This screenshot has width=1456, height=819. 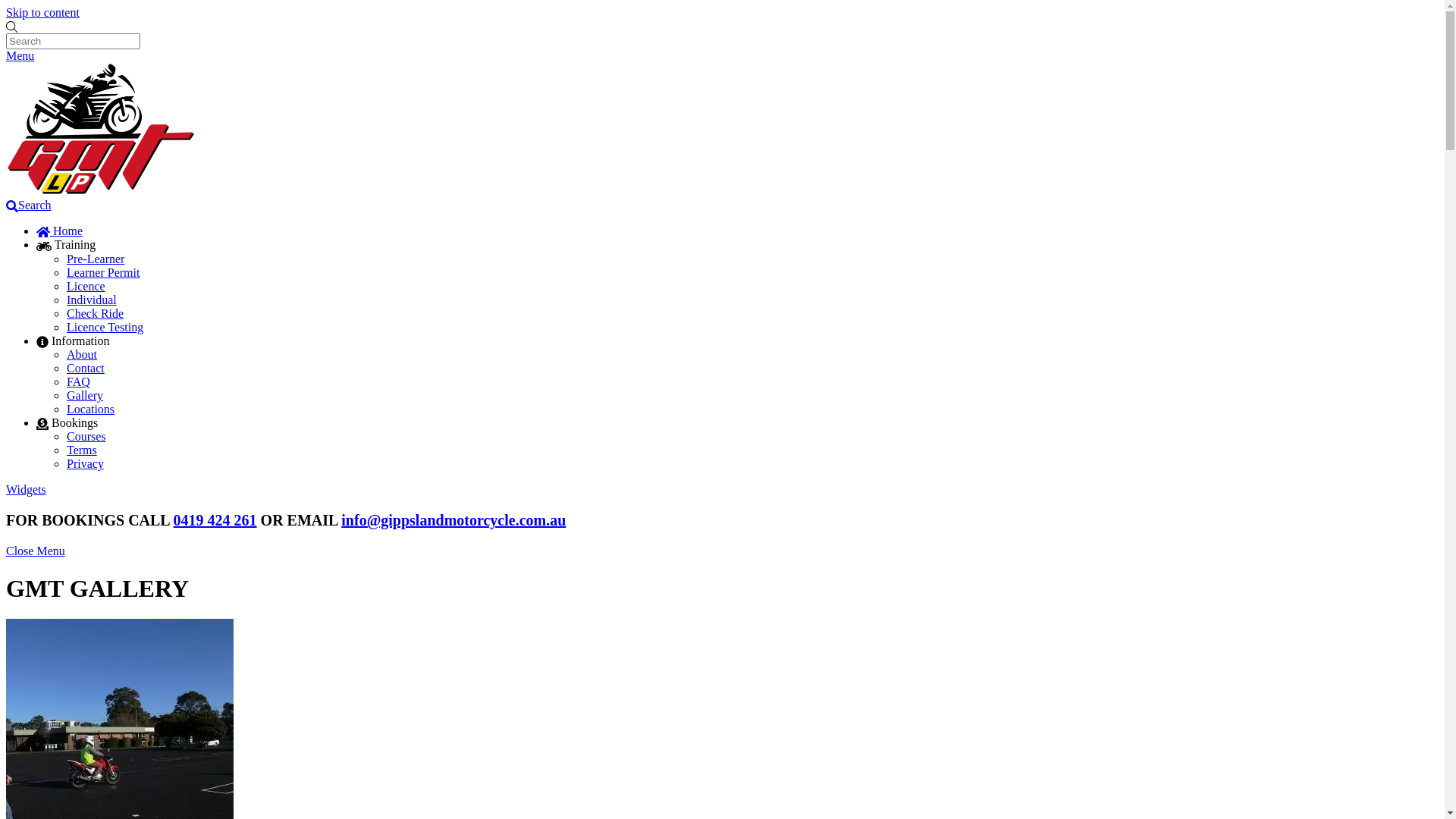 What do you see at coordinates (85, 368) in the screenshot?
I see `'Contact'` at bounding box center [85, 368].